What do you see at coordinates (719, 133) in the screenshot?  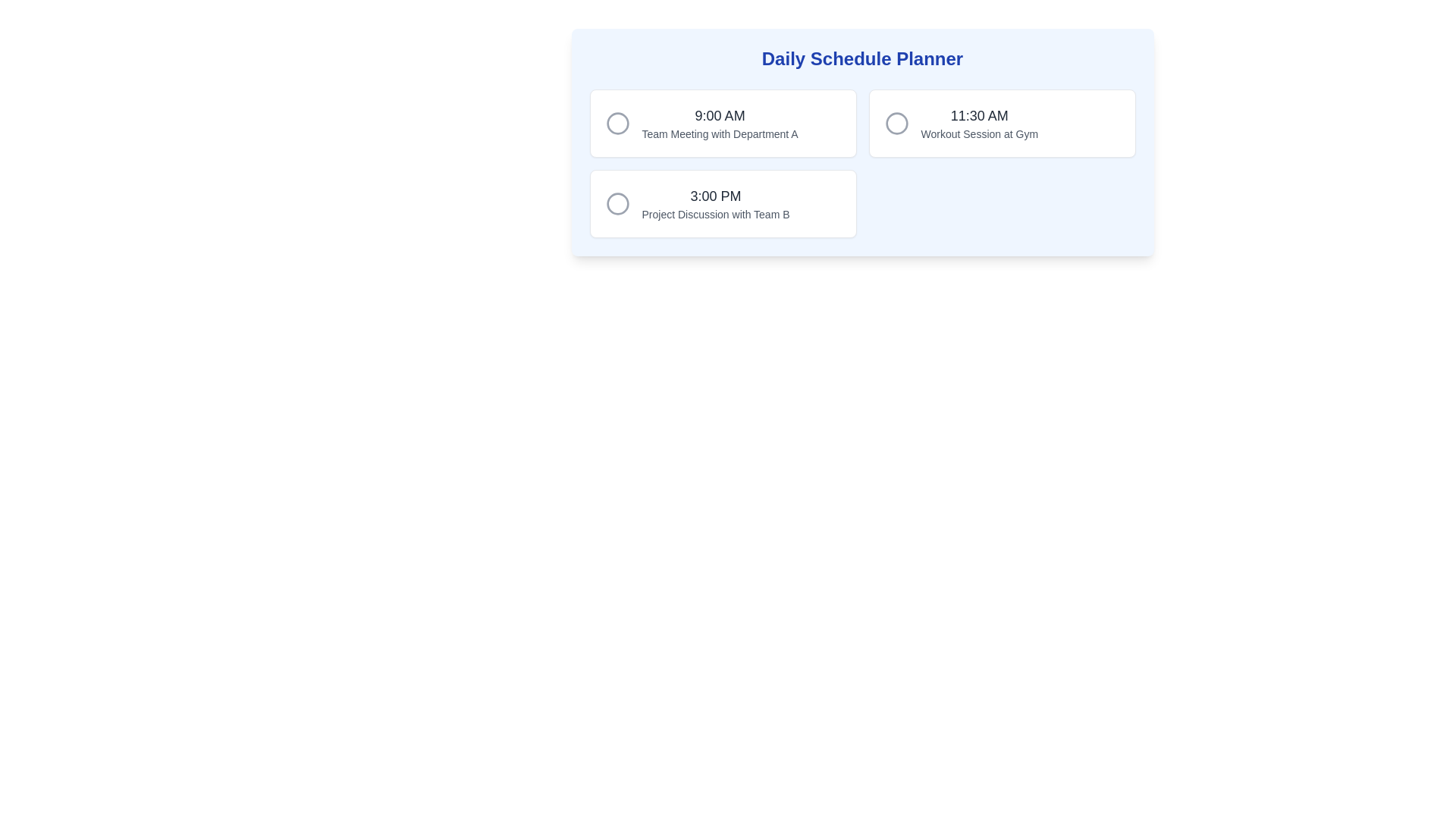 I see `text label displaying 'Team Meeting with Department A', located under '9:00 AM' within the 'Daily Schedule Planner' panel` at bounding box center [719, 133].